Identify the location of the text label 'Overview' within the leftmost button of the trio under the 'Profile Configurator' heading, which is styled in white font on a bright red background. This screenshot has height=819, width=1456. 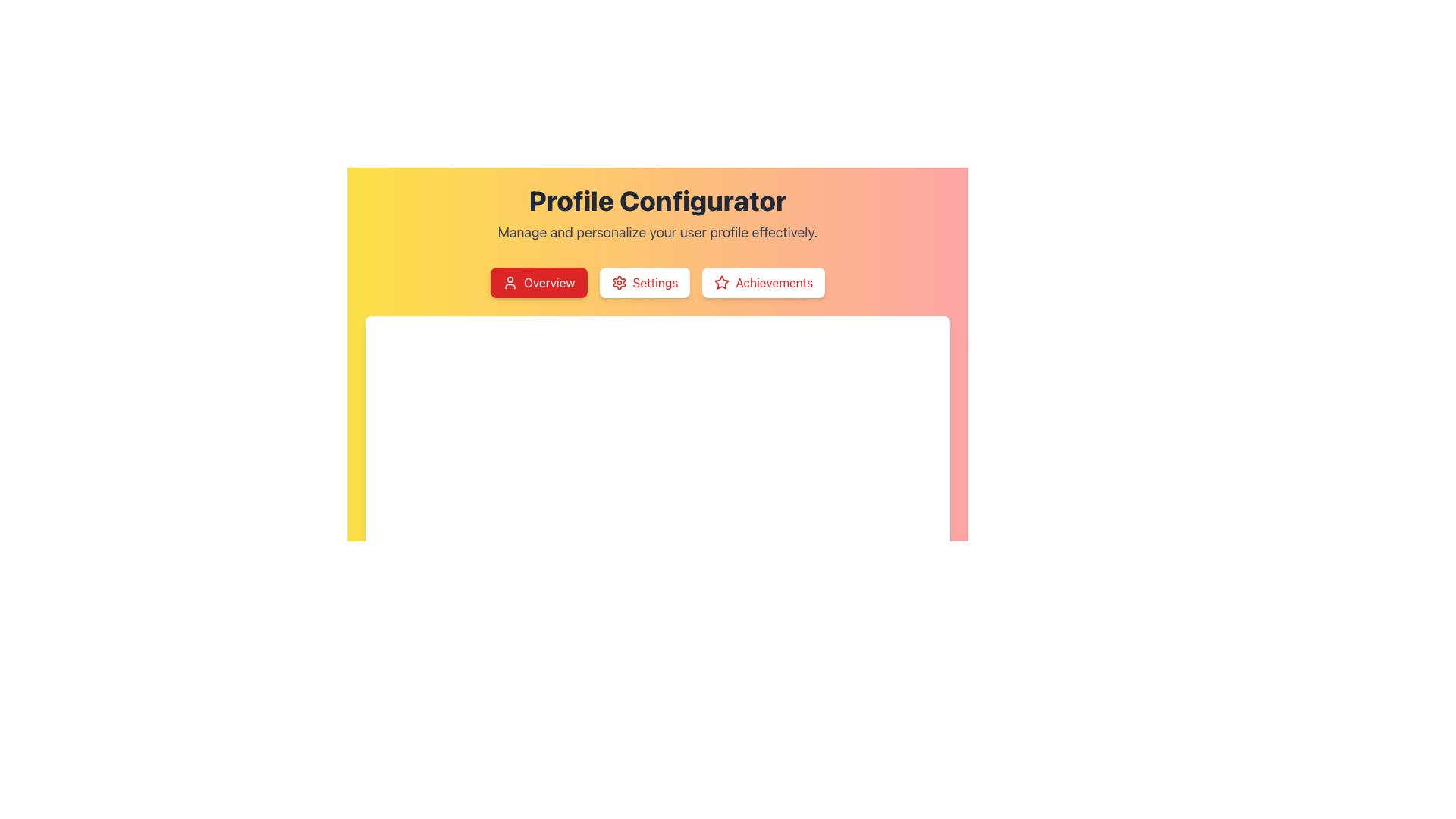
(548, 283).